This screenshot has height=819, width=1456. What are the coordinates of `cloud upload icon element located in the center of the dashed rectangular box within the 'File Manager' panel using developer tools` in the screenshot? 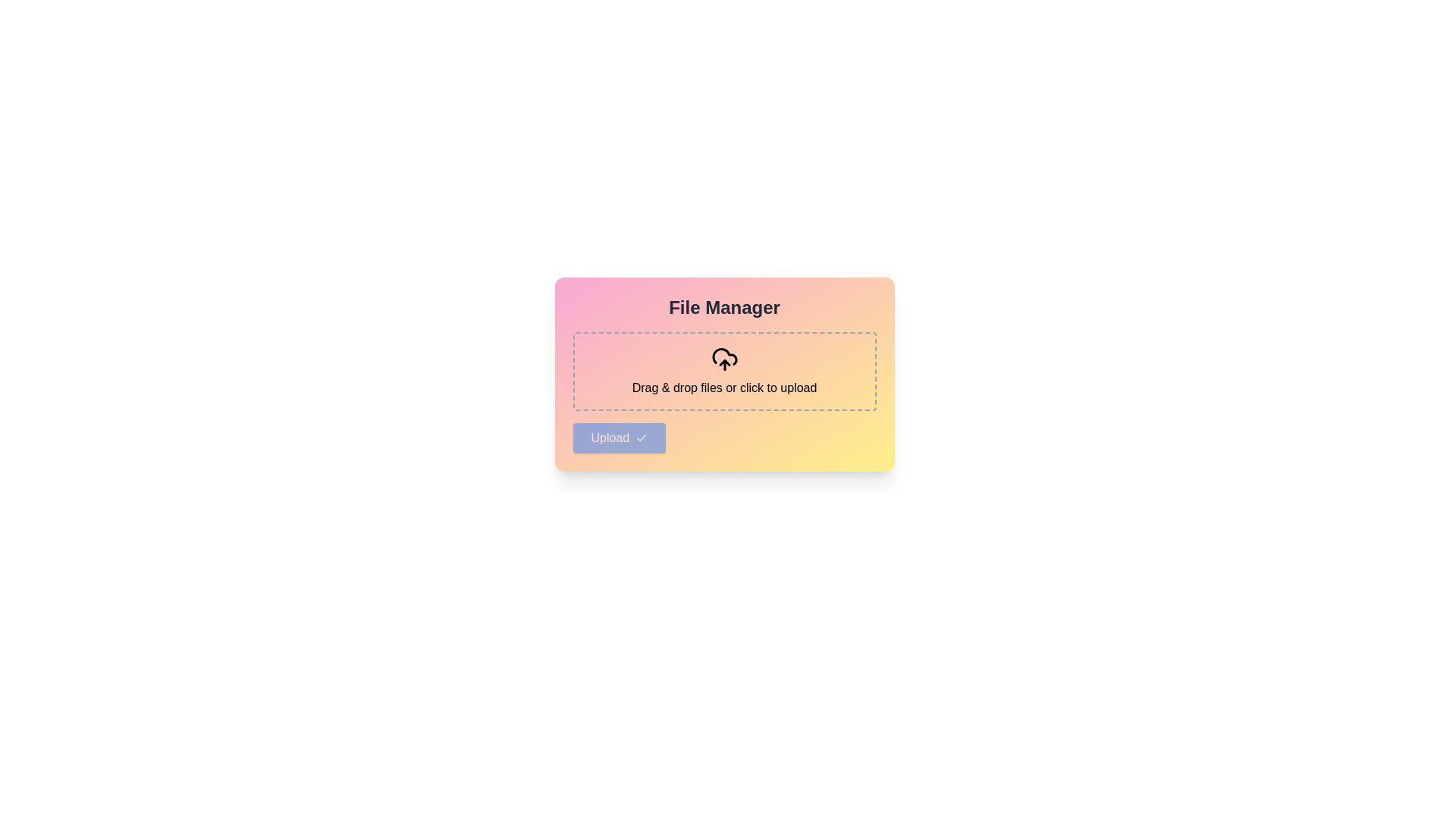 It's located at (723, 359).